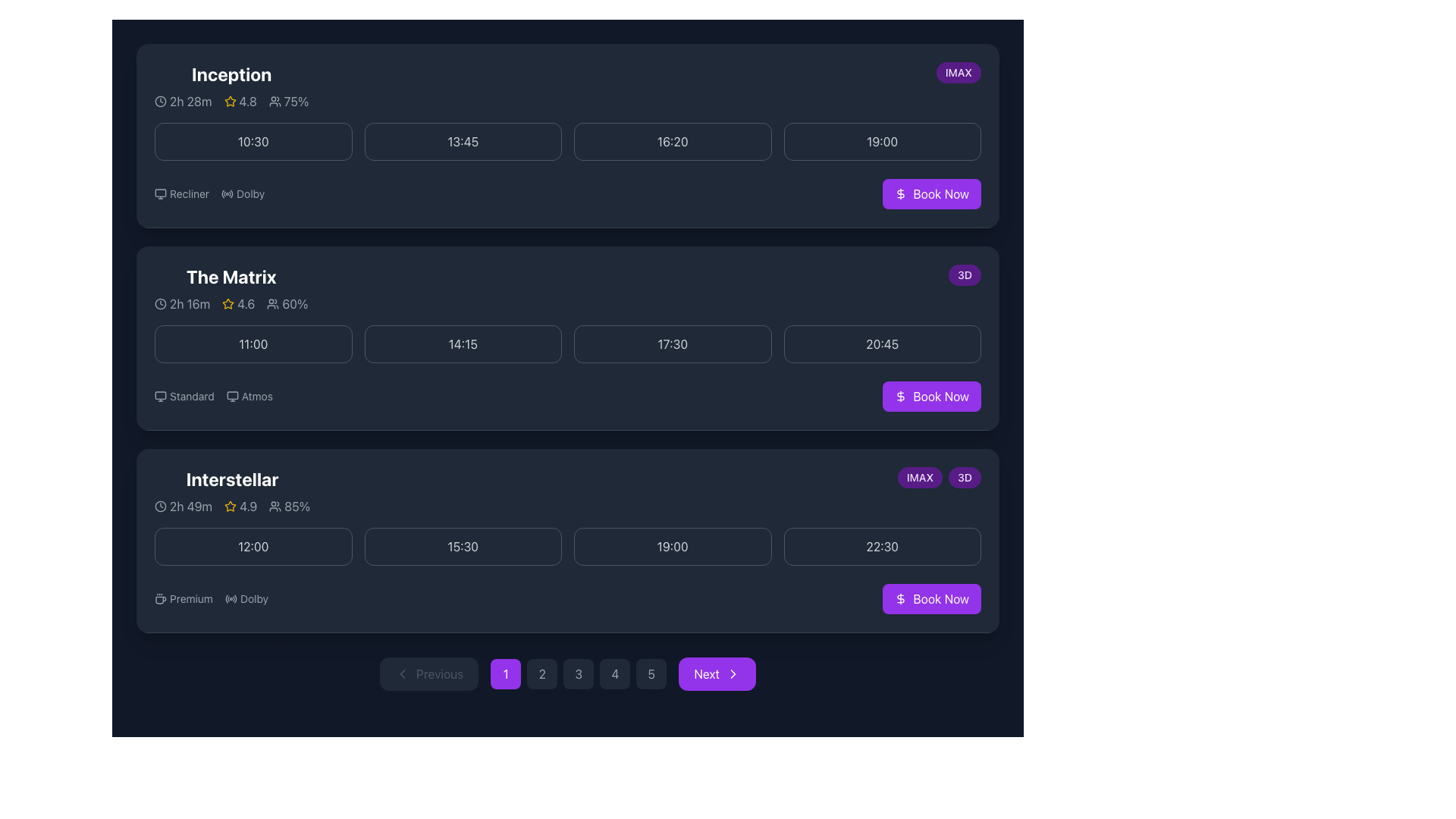  Describe the element at coordinates (250, 193) in the screenshot. I see `the text label indicating the availability of the Dolby audio feature for the 'Inception' movie, located in the secondary information section after the radio icon` at that location.